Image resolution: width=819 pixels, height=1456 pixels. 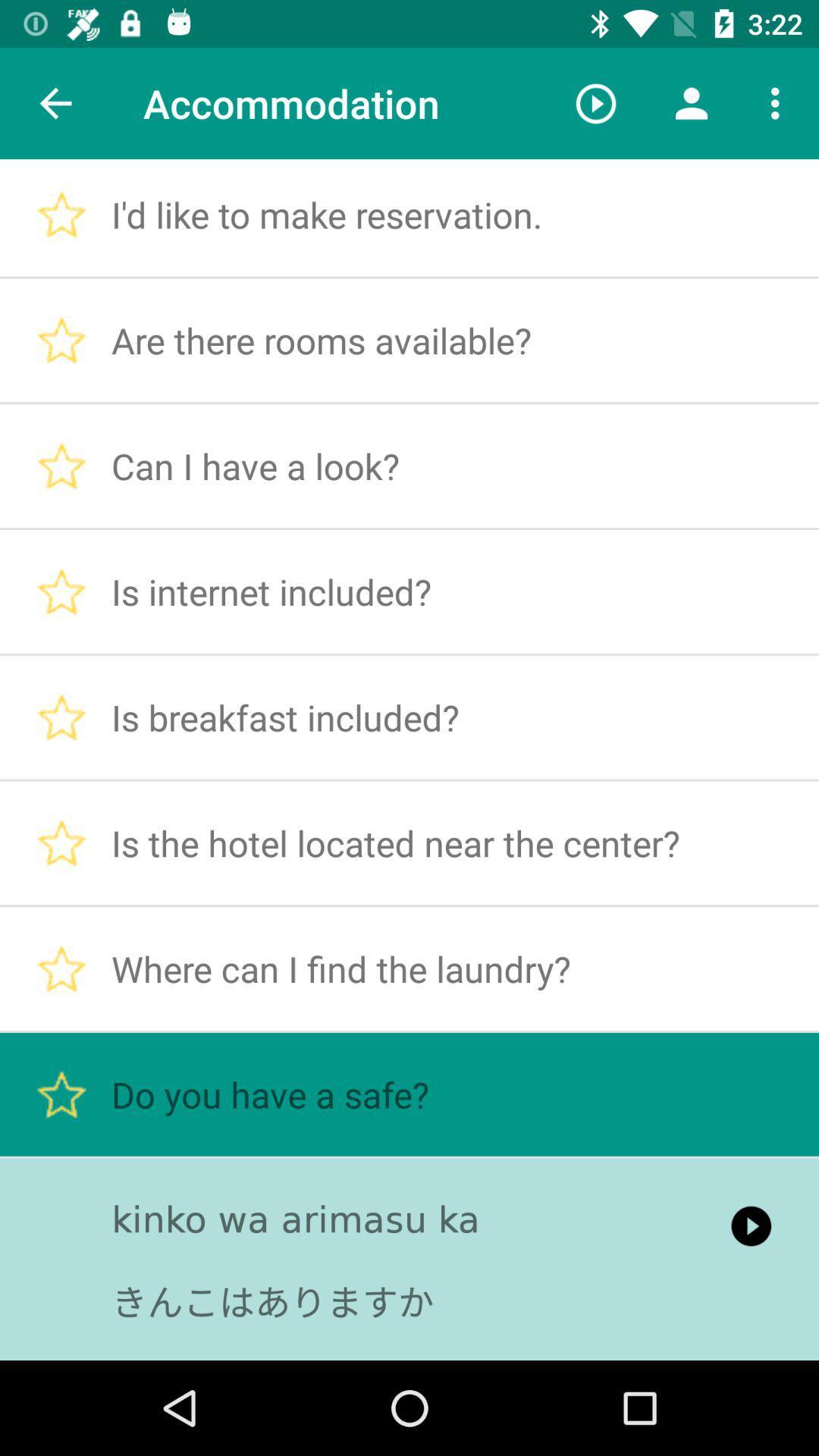 What do you see at coordinates (595, 102) in the screenshot?
I see `the icon above i d like item` at bounding box center [595, 102].